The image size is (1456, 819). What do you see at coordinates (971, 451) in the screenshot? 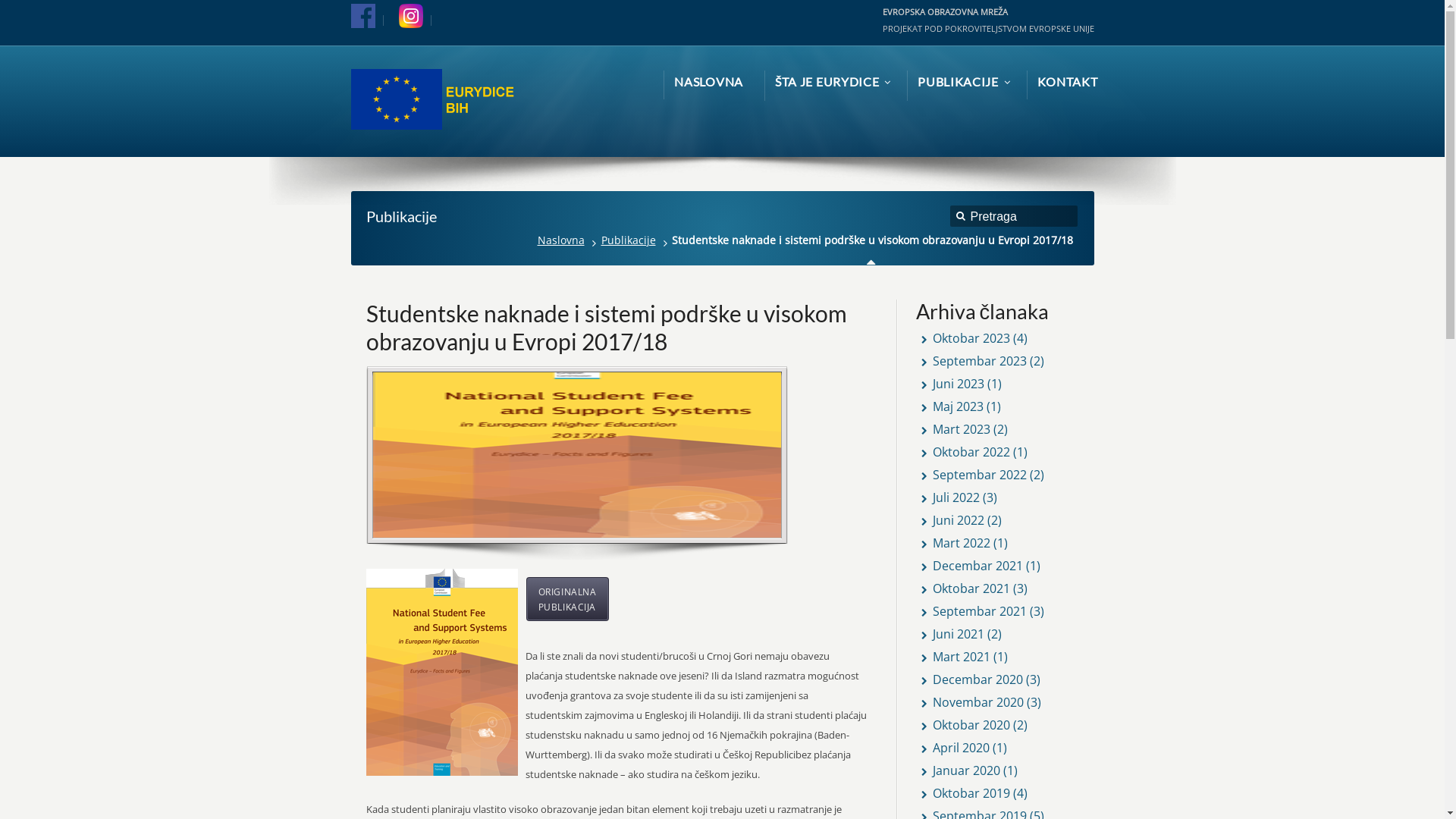
I see `'Oktobar 2022'` at bounding box center [971, 451].